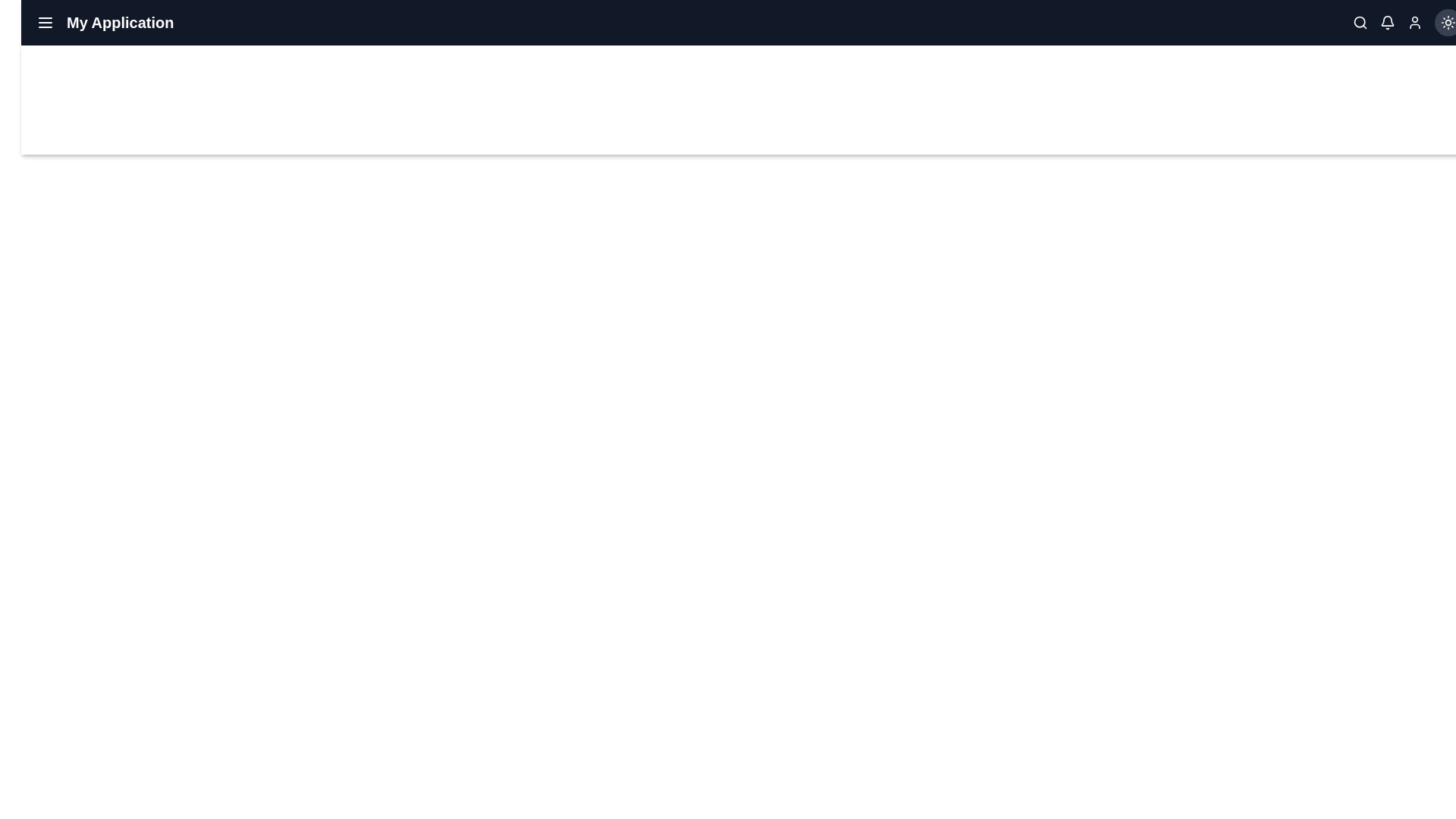 The height and width of the screenshot is (819, 1456). I want to click on the notification icon (bell icon) located between the search icon and the user profile icon, so click(1387, 23).